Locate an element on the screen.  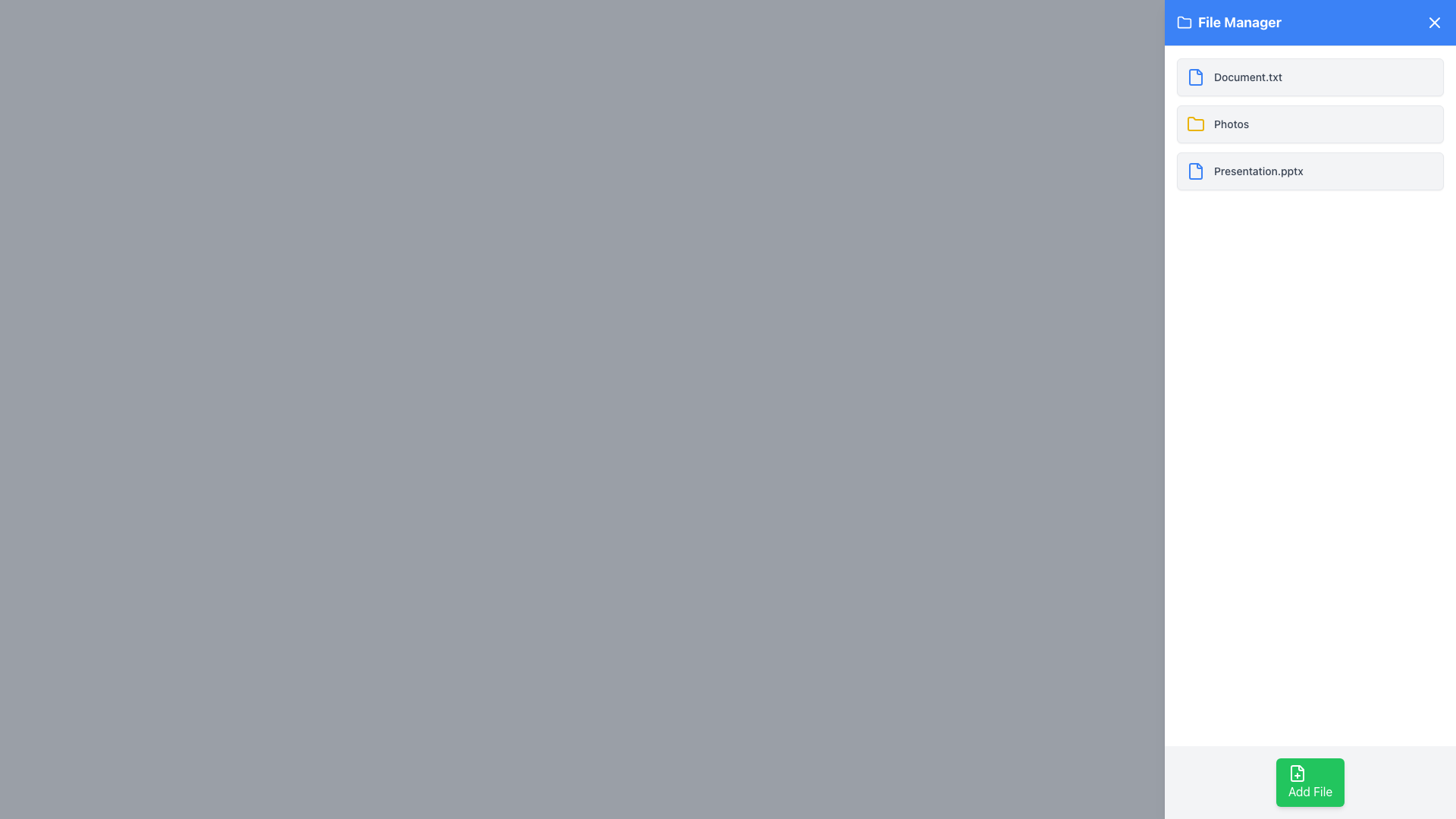
the text label 'Document.txt' is located at coordinates (1248, 77).